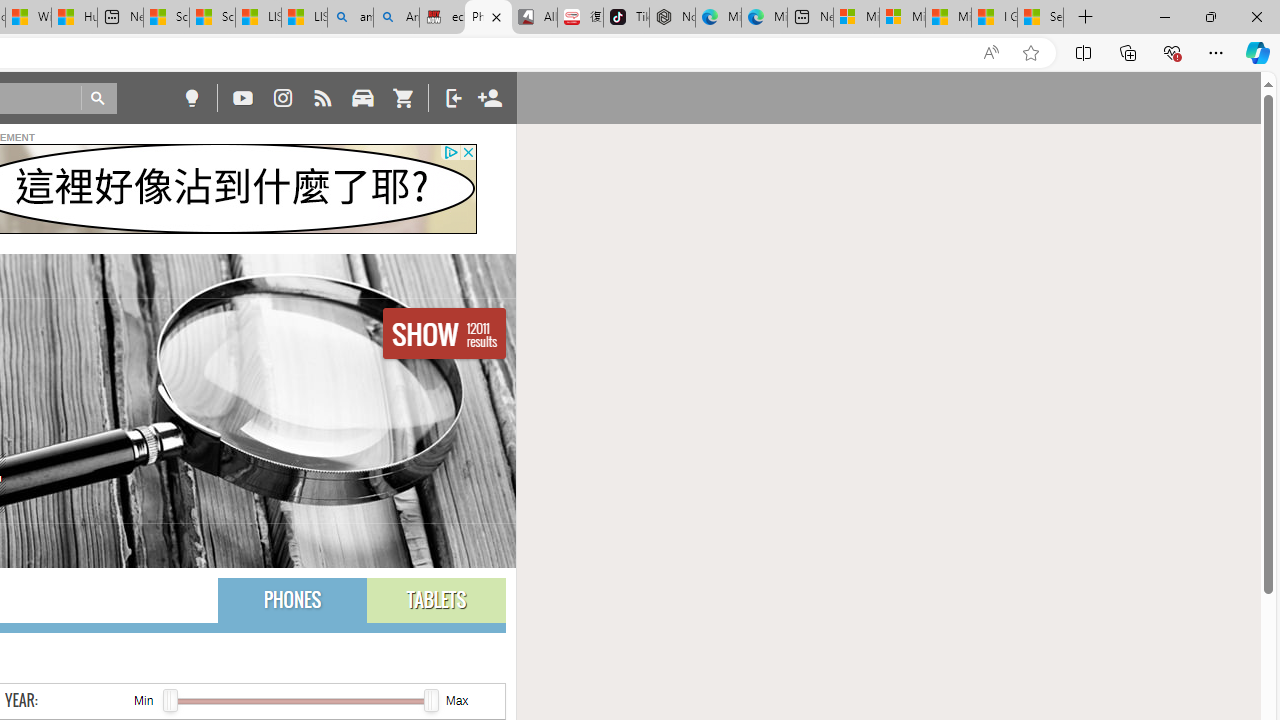  Describe the element at coordinates (488, 17) in the screenshot. I see `'Phone Finder - search for a phone by feature - GSMArena.com'` at that location.